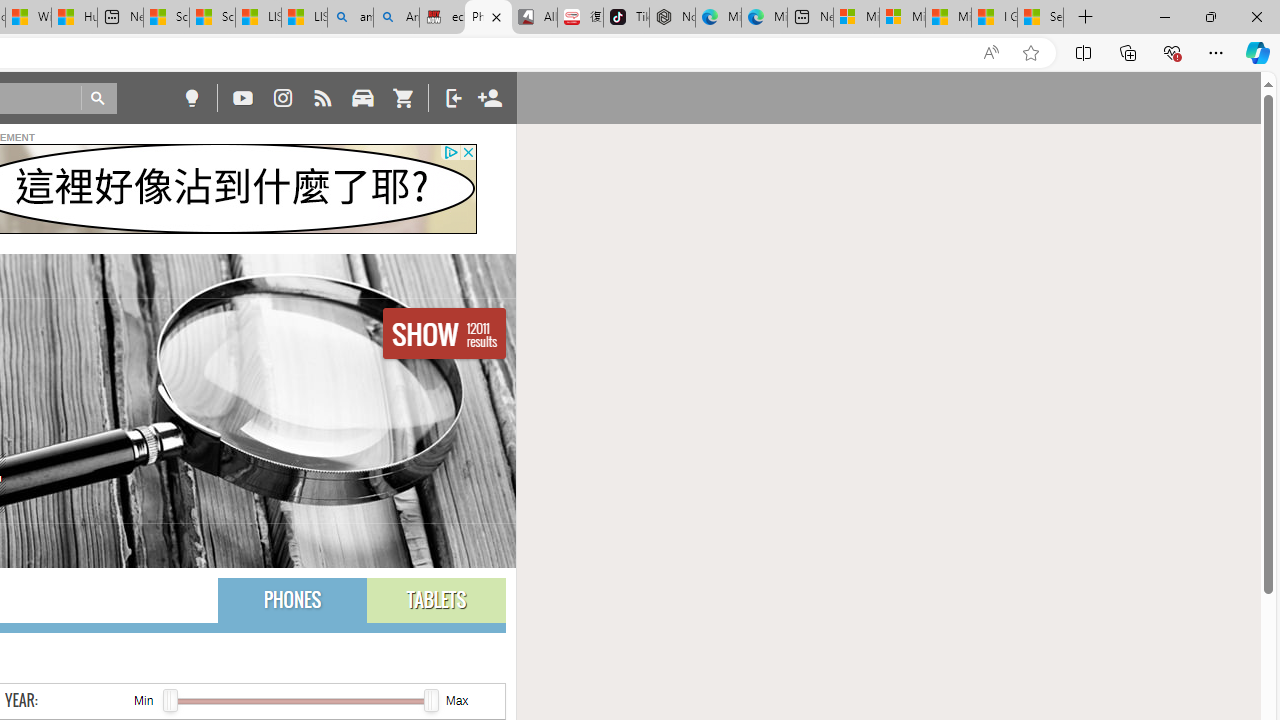  Describe the element at coordinates (488, 17) in the screenshot. I see `'Phone Finder - search for a phone by feature - GSMArena.com'` at that location.